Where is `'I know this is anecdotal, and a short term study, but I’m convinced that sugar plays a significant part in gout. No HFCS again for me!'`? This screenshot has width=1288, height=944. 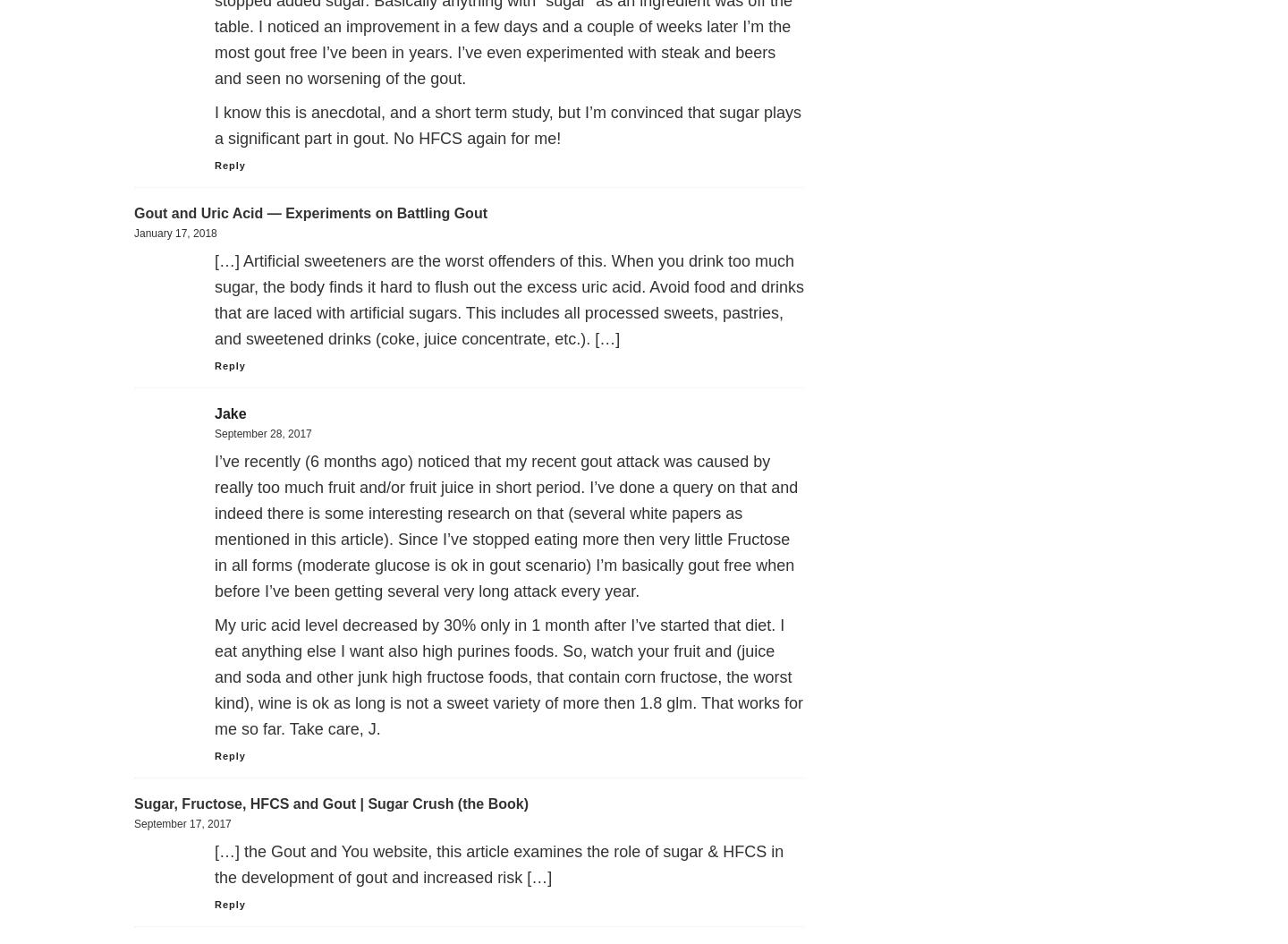 'I know this is anecdotal, and a short term study, but I’m convinced that sugar plays a significant part in gout. No HFCS again for me!' is located at coordinates (215, 125).